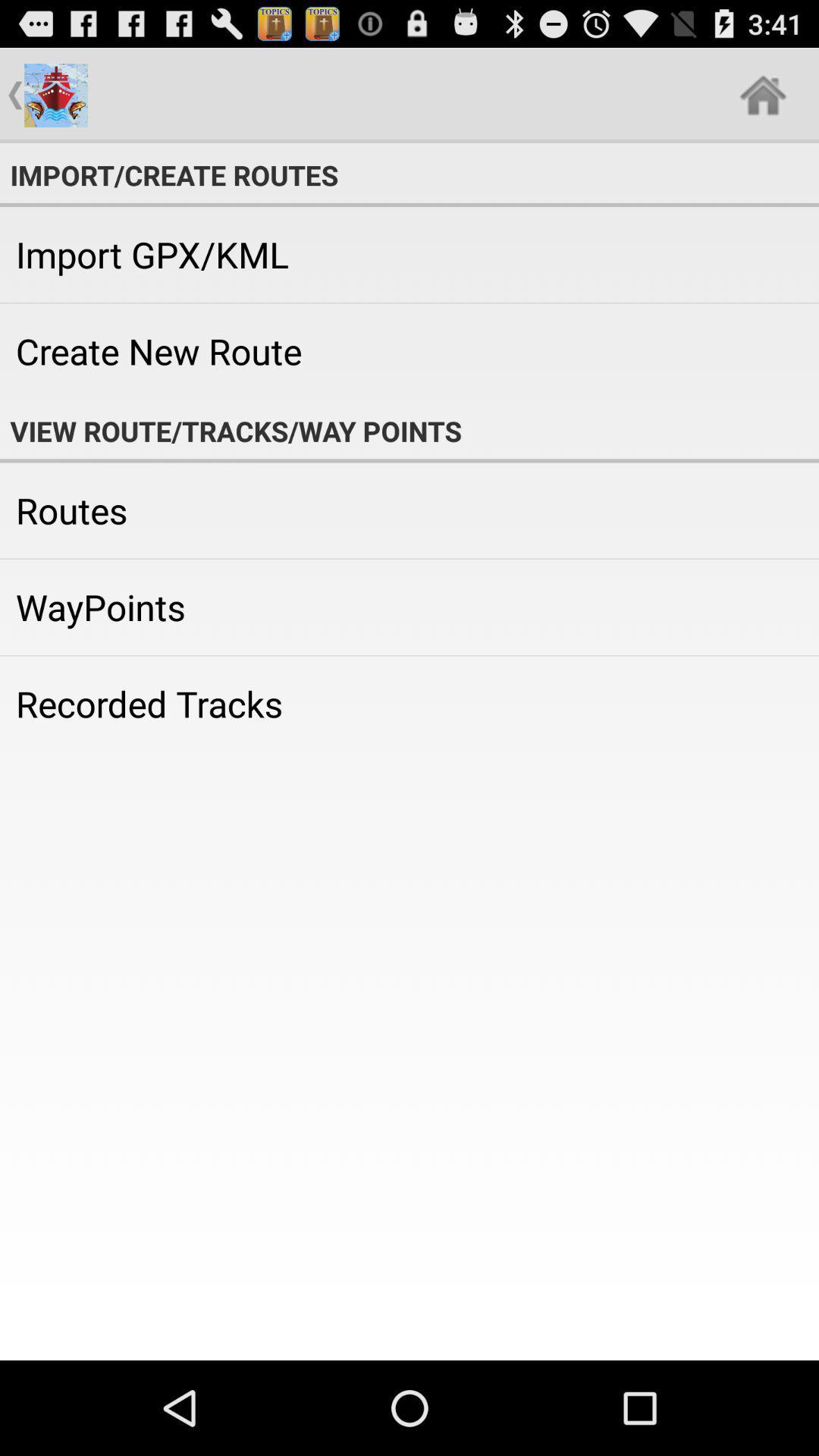 This screenshot has height=1456, width=819. What do you see at coordinates (409, 703) in the screenshot?
I see `the app below waypoints` at bounding box center [409, 703].